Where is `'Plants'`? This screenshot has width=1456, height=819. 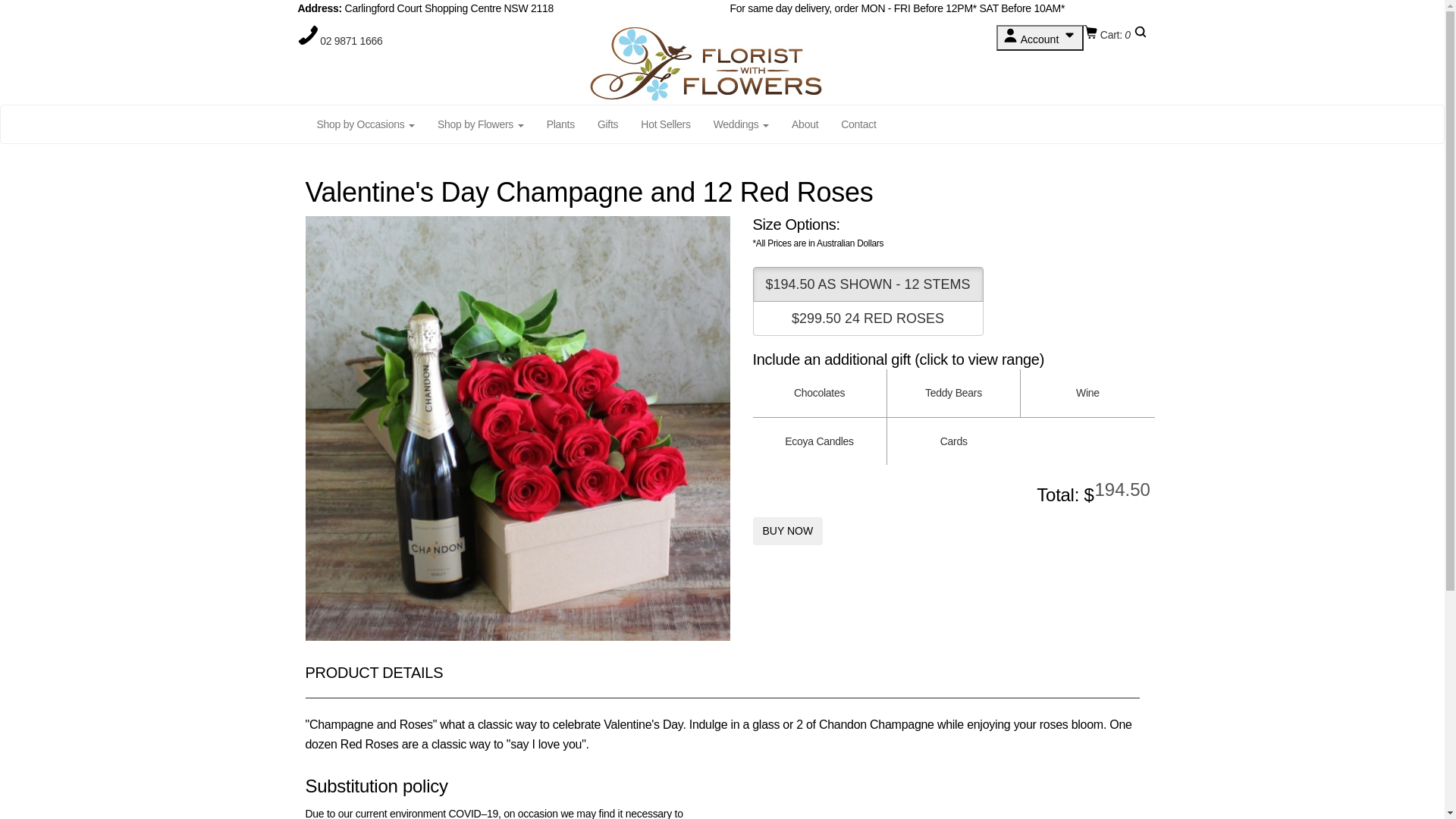 'Plants' is located at coordinates (560, 124).